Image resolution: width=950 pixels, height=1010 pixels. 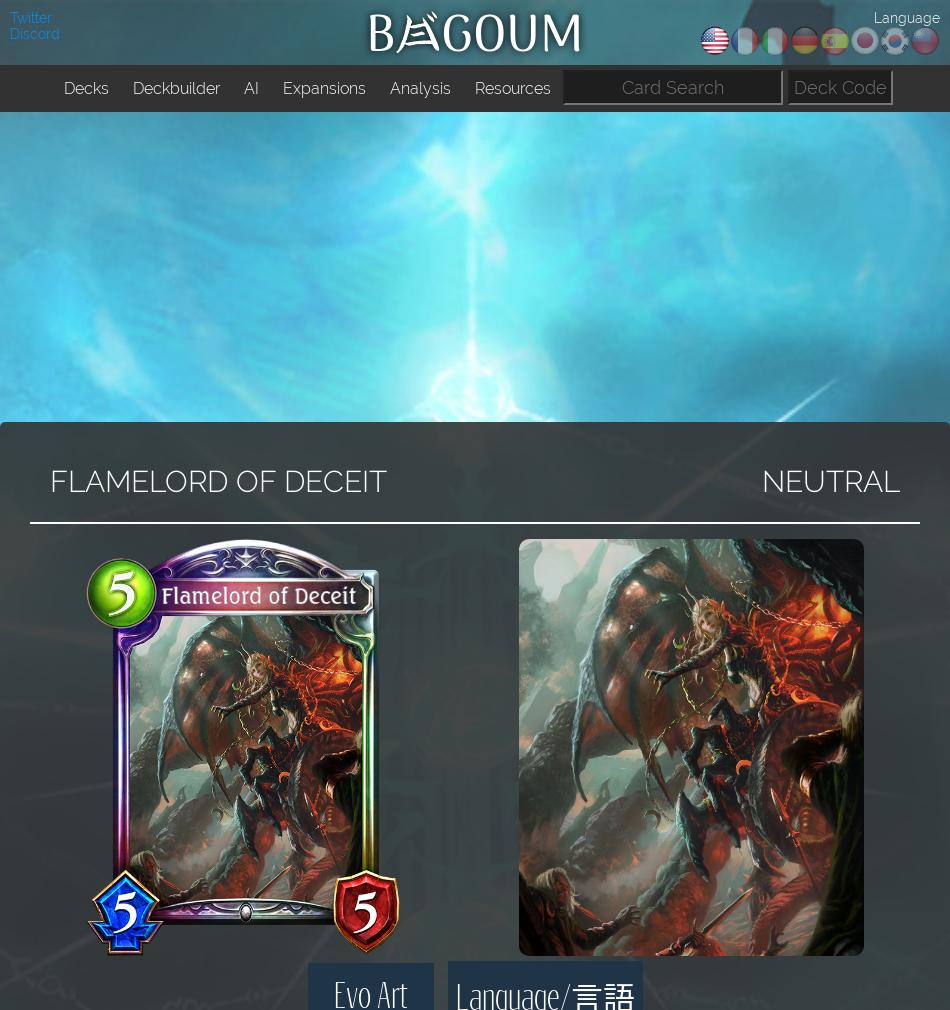 I want to click on 'Discord Bots', so click(x=522, y=391).